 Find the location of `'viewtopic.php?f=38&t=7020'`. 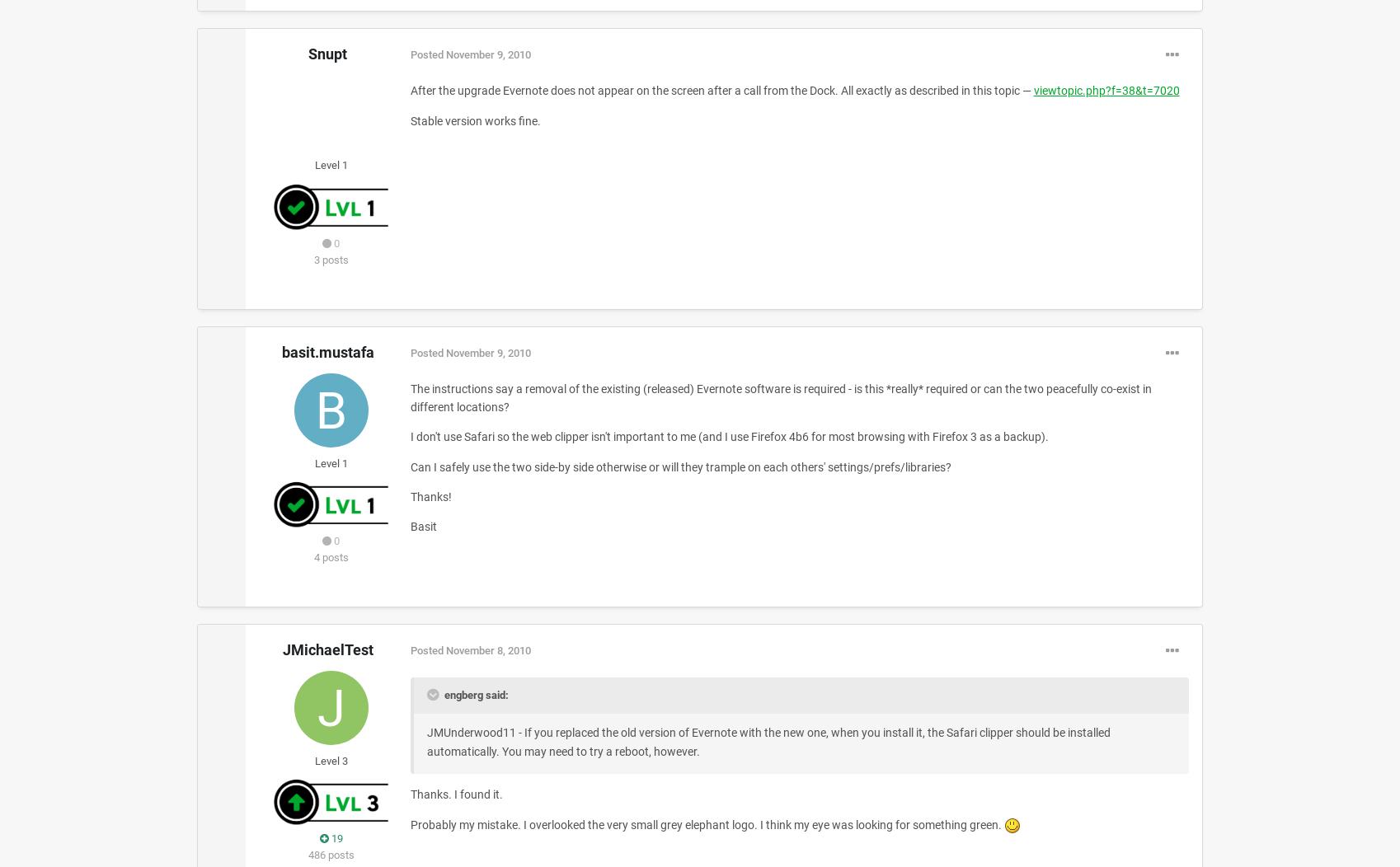

'viewtopic.php?f=38&t=7020' is located at coordinates (1105, 91).